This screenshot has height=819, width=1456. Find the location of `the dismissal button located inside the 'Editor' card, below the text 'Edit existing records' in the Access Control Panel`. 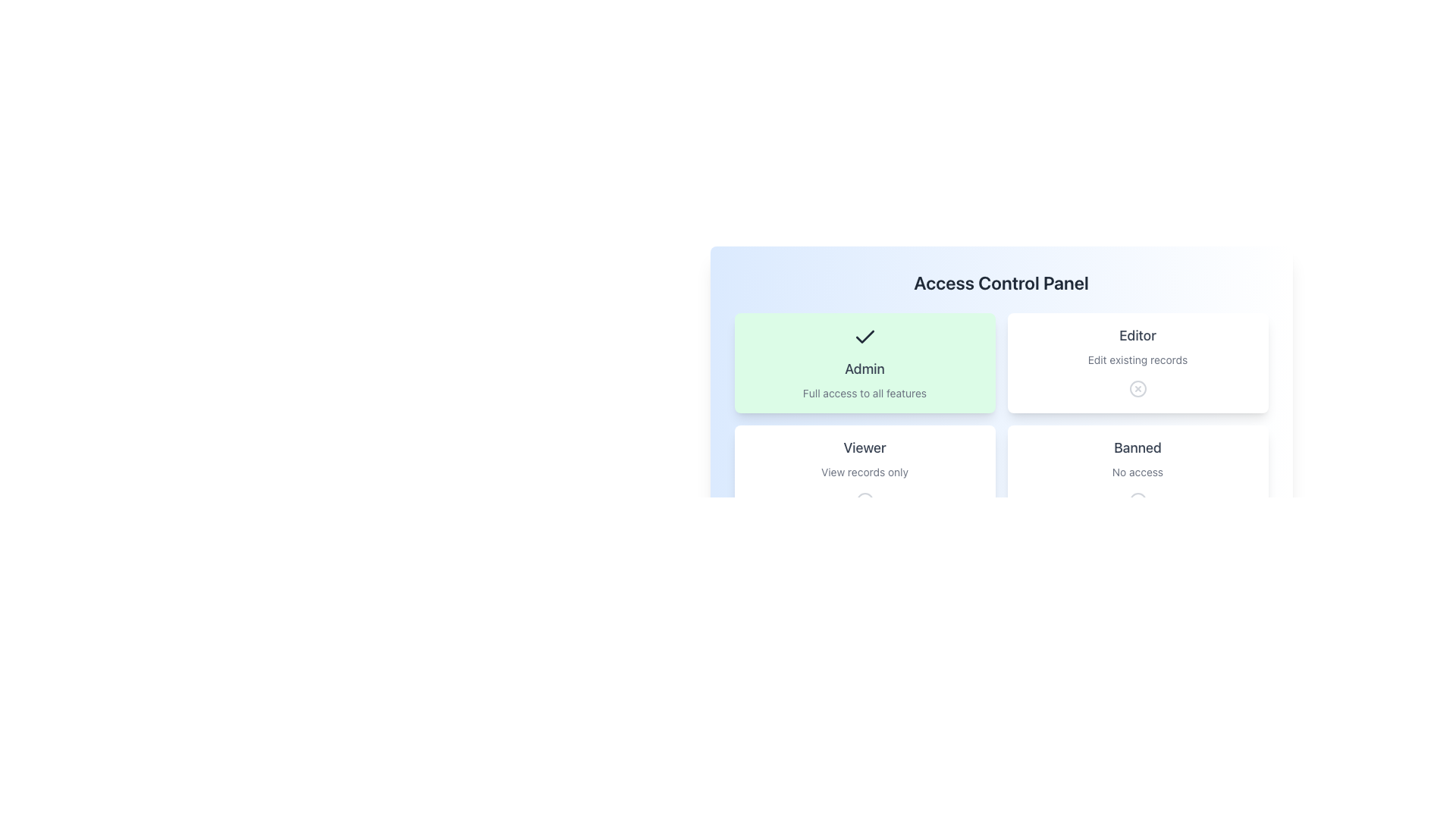

the dismissal button located inside the 'Editor' card, below the text 'Edit existing records' in the Access Control Panel is located at coordinates (1137, 388).